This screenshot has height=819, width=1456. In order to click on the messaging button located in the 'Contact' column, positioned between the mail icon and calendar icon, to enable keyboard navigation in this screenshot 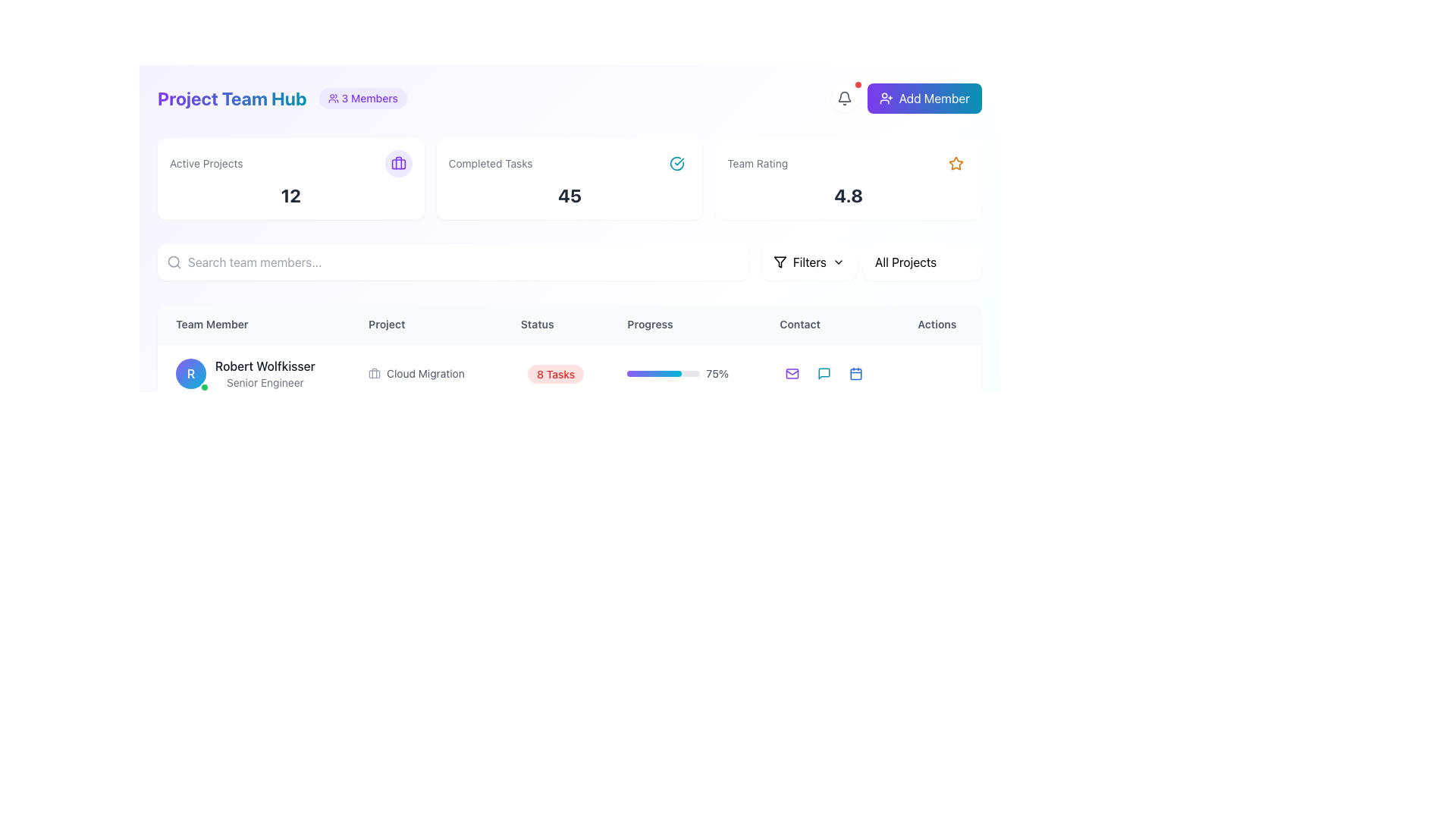, I will do `click(824, 431)`.